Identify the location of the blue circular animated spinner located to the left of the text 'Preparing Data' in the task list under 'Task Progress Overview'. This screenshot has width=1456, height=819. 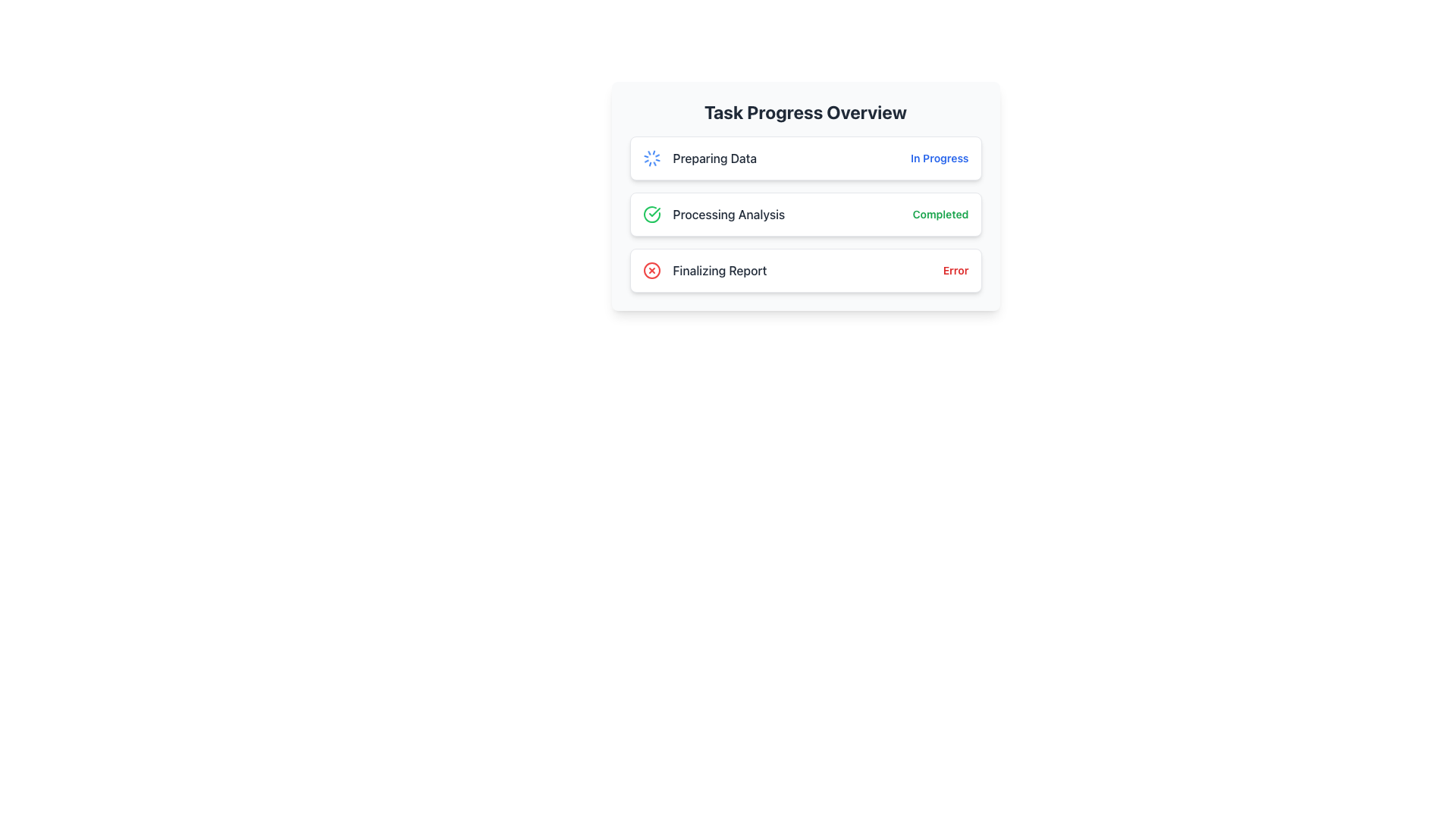
(651, 158).